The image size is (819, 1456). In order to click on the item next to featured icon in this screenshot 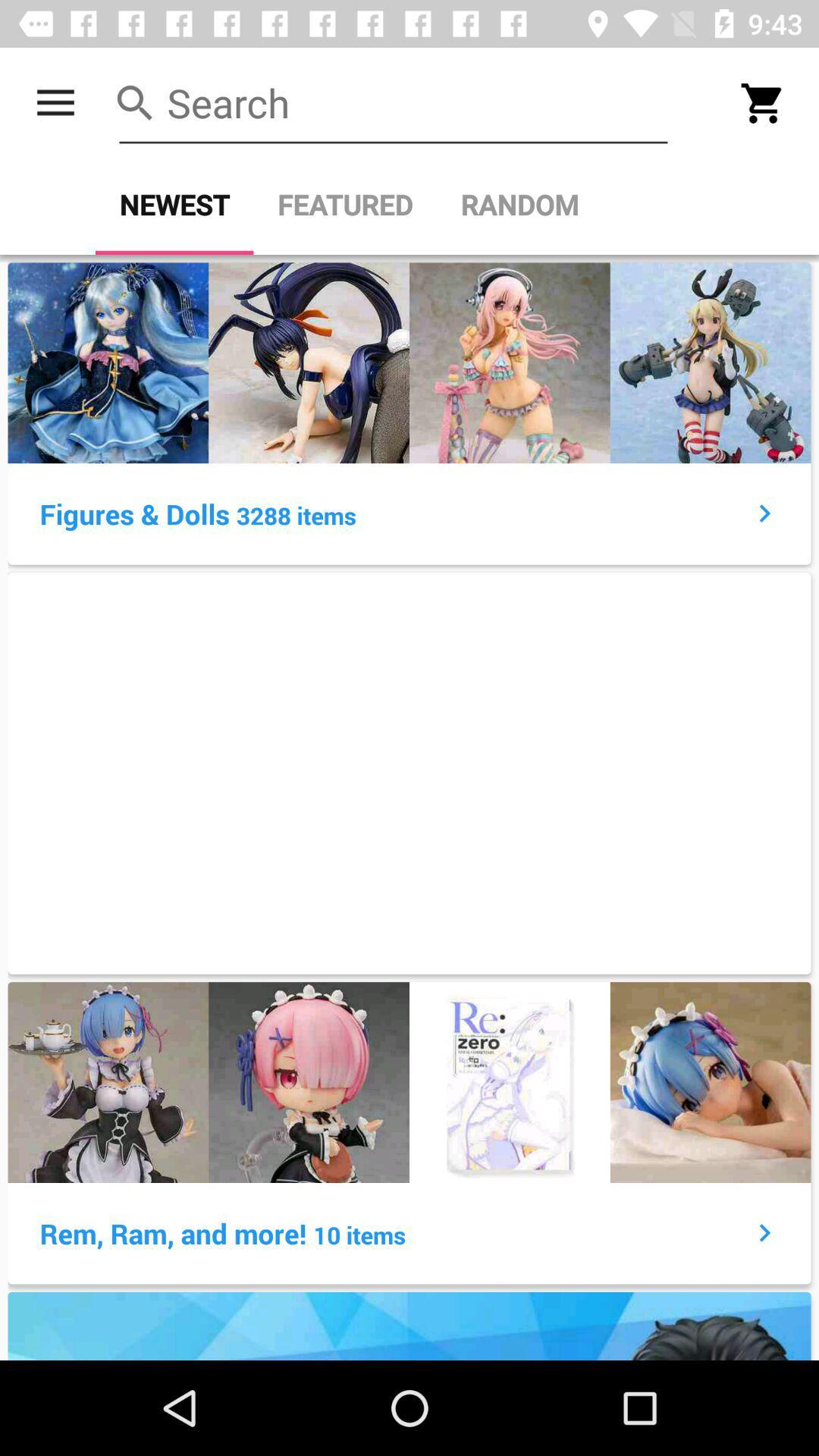, I will do `click(174, 204)`.